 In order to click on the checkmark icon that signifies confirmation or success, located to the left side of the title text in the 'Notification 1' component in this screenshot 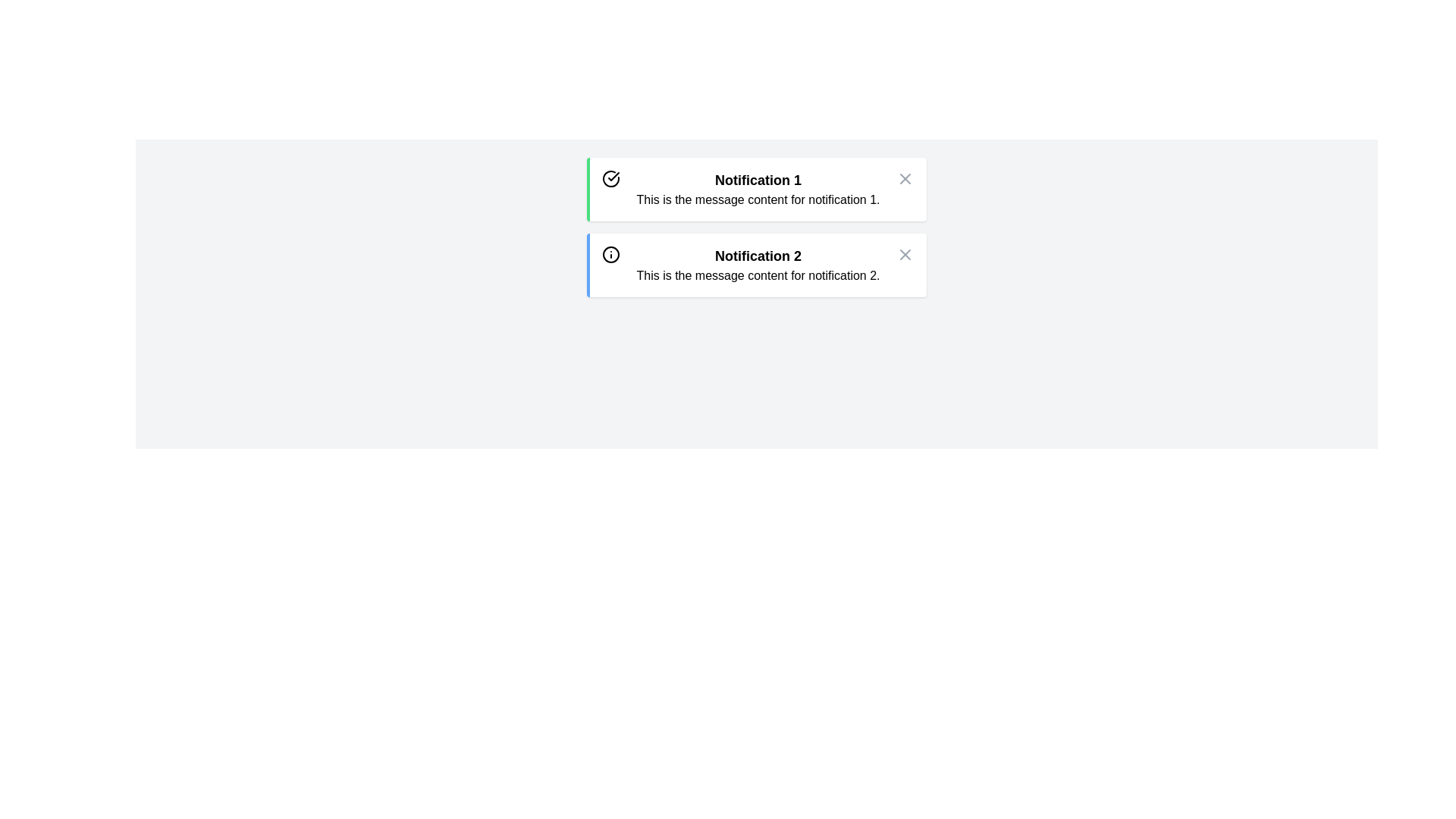, I will do `click(613, 175)`.